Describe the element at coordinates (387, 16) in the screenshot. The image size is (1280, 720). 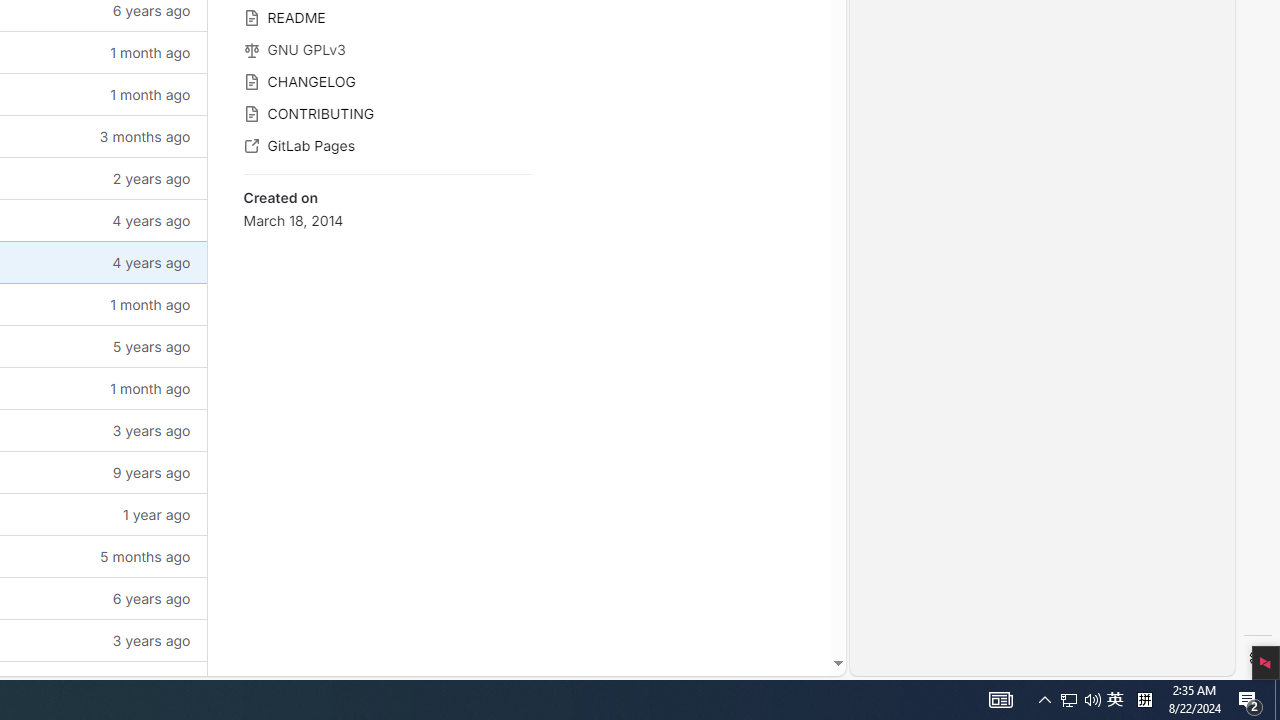
I see `'README'` at that location.